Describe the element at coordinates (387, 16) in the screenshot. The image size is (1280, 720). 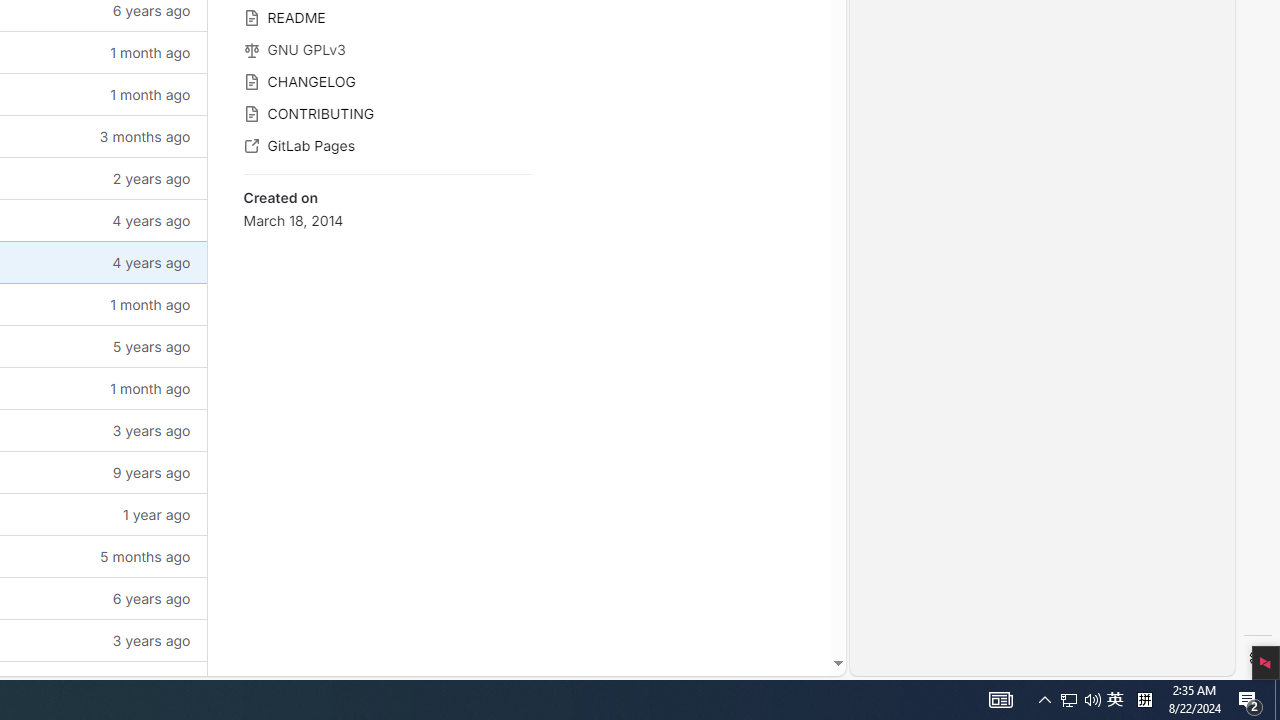
I see `'README'` at that location.